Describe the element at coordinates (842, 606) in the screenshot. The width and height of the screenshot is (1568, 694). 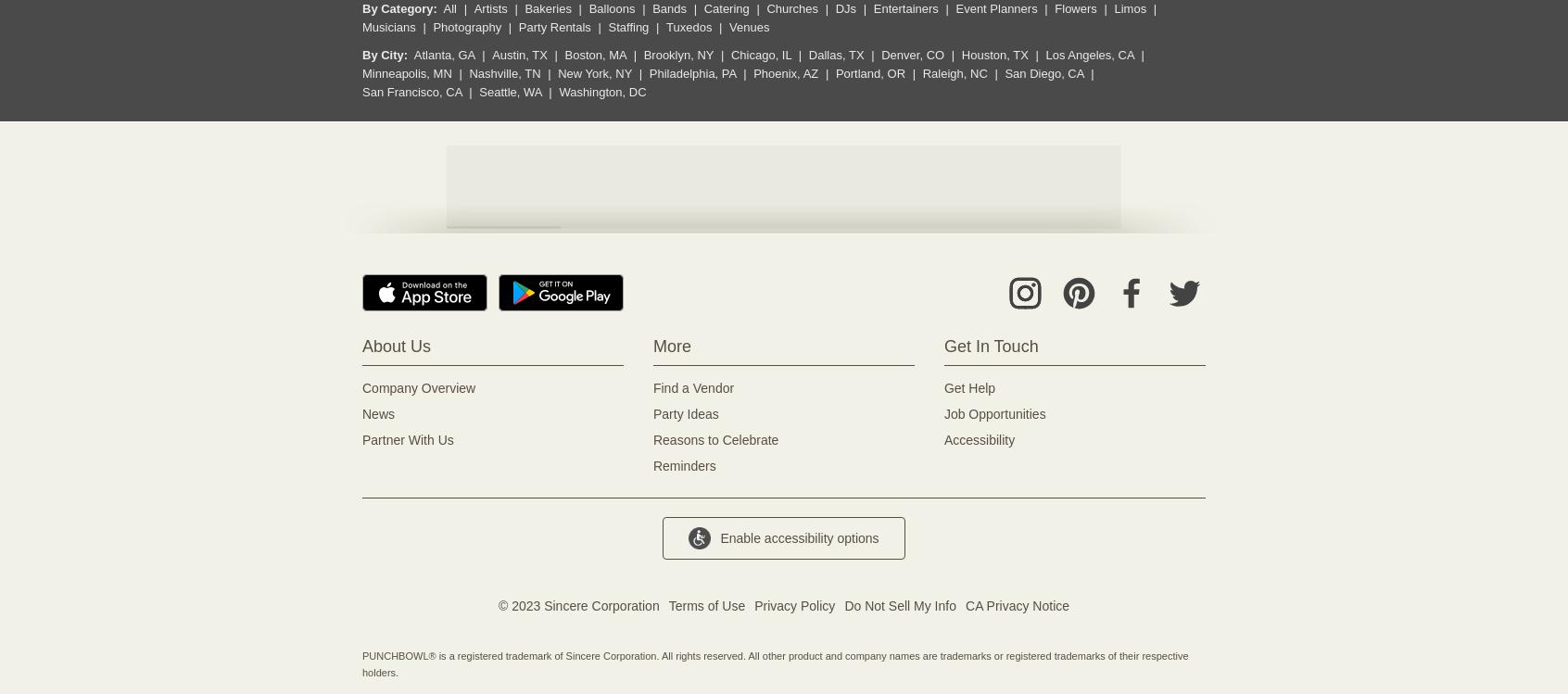
I see `'Do Not Sell My Info'` at that location.